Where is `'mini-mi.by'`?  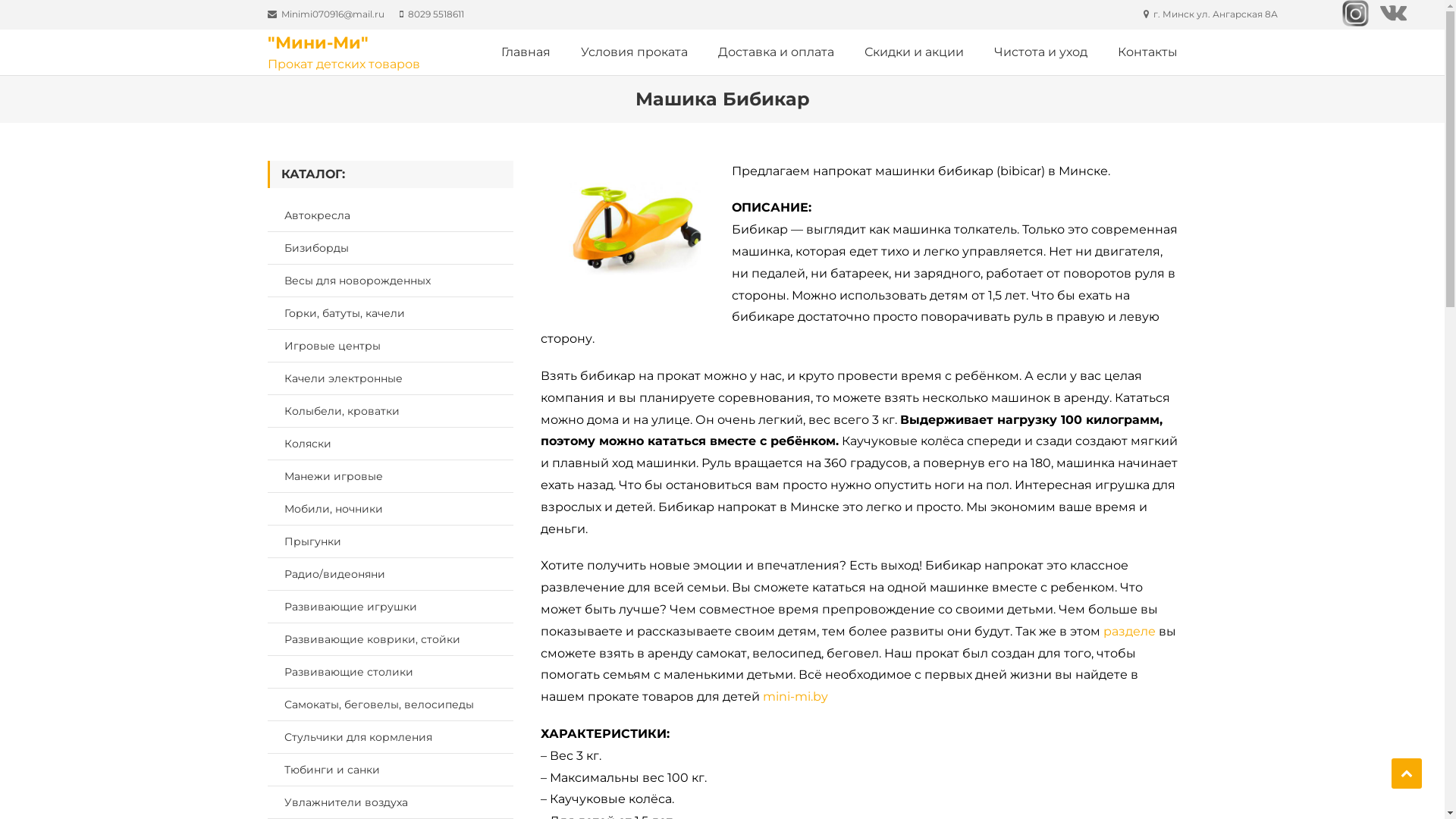
'mini-mi.by' is located at coordinates (795, 696).